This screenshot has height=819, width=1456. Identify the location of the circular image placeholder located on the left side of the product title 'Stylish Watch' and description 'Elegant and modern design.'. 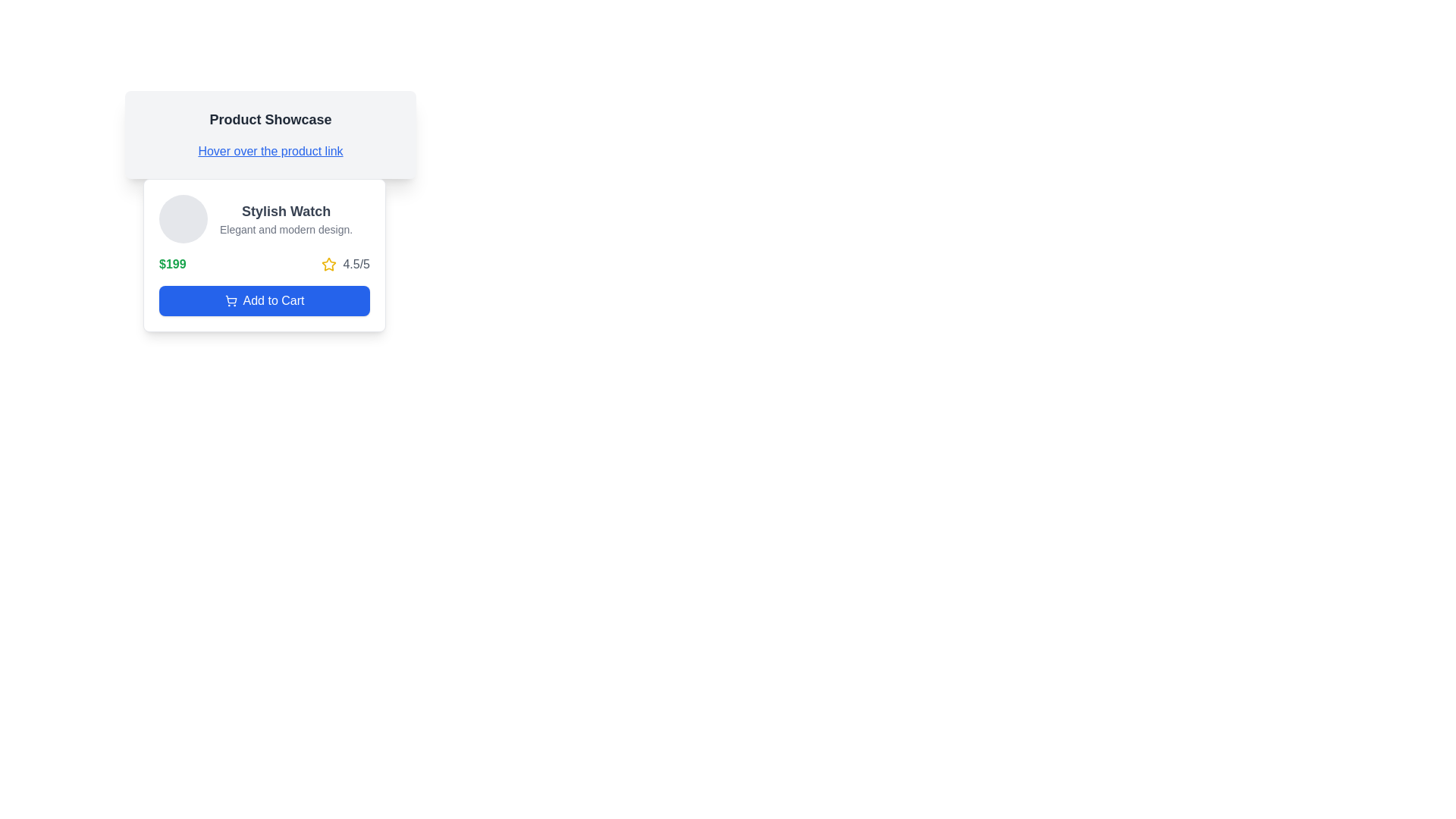
(182, 219).